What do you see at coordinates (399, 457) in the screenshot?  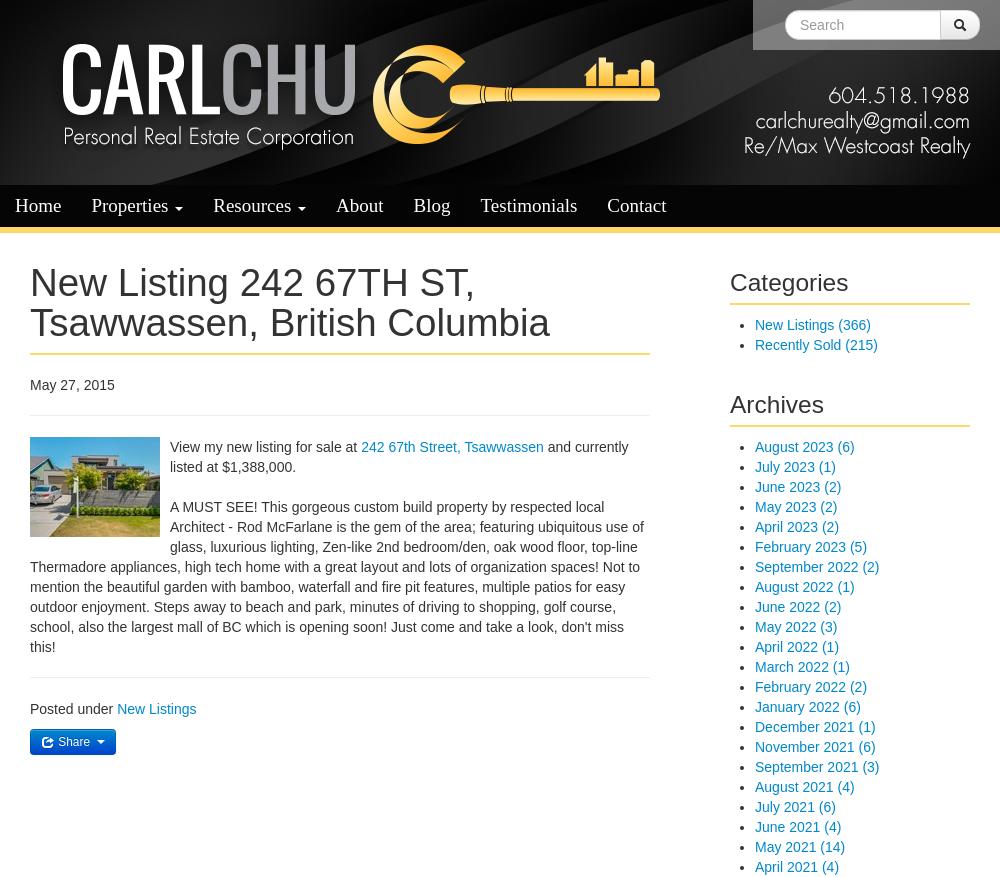 I see `'and currently listed at $1,388,000.'` at bounding box center [399, 457].